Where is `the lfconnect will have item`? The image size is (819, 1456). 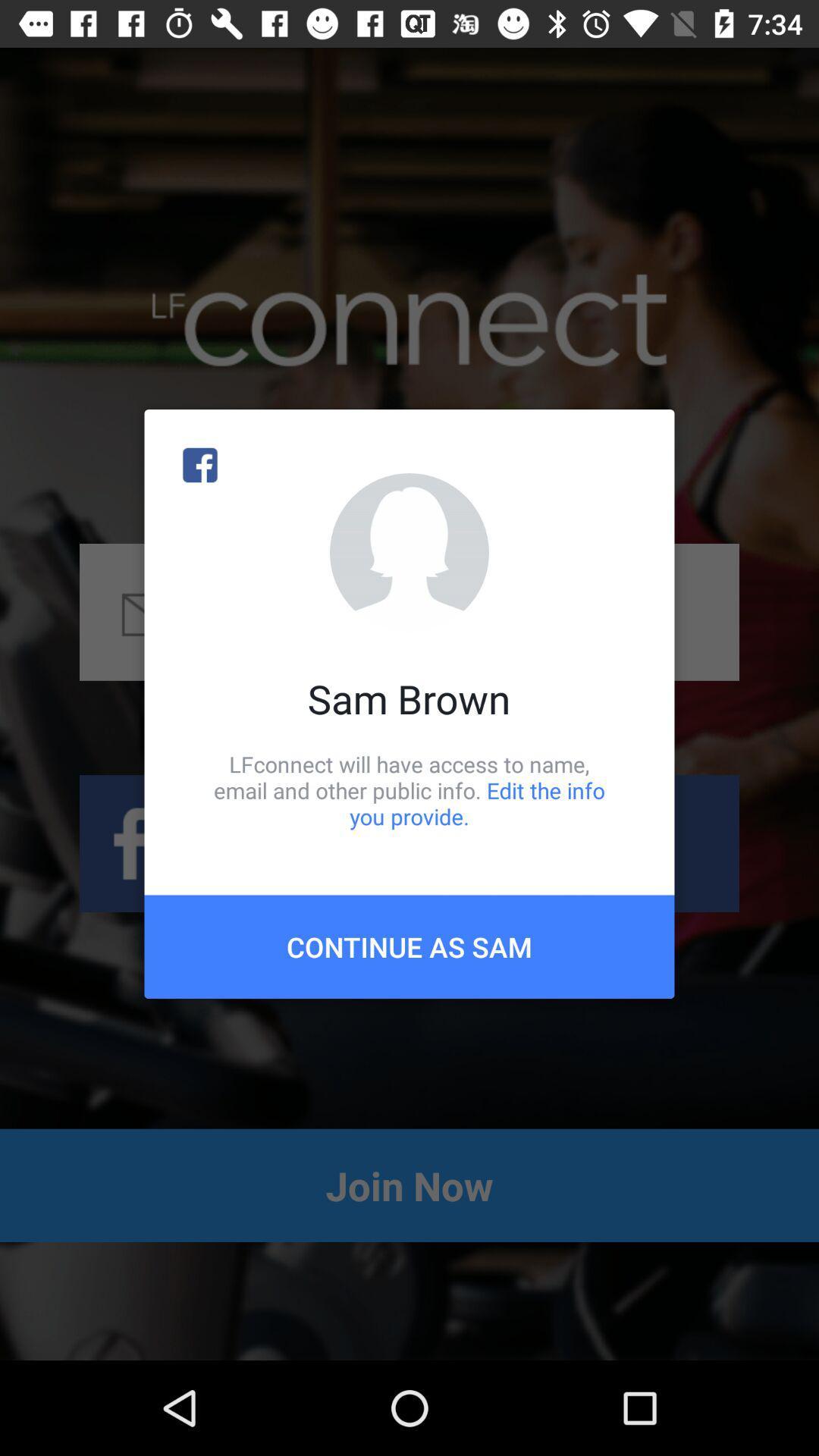
the lfconnect will have item is located at coordinates (409, 789).